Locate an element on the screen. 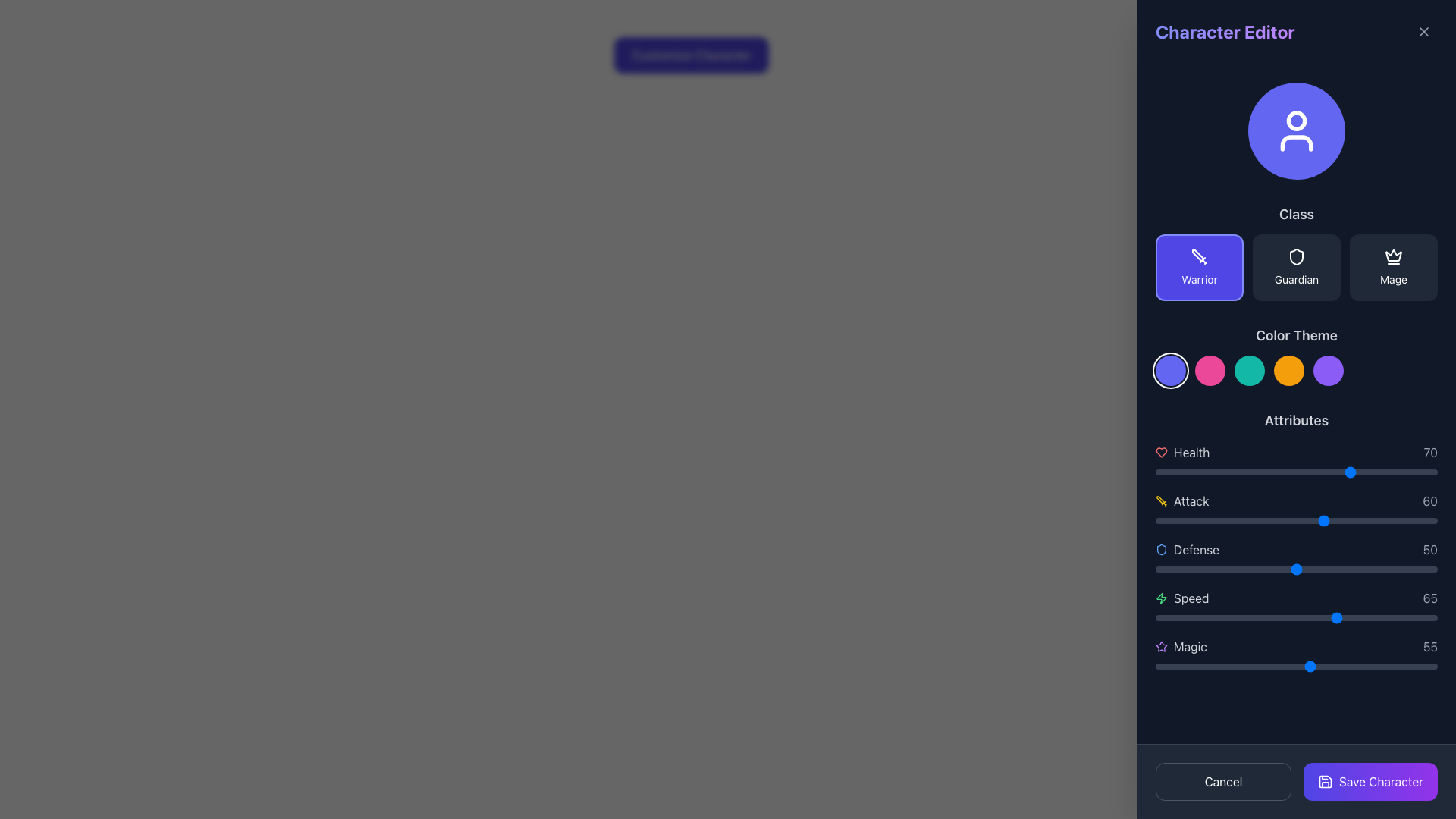 This screenshot has width=1456, height=819. the speed attribute is located at coordinates (1350, 617).